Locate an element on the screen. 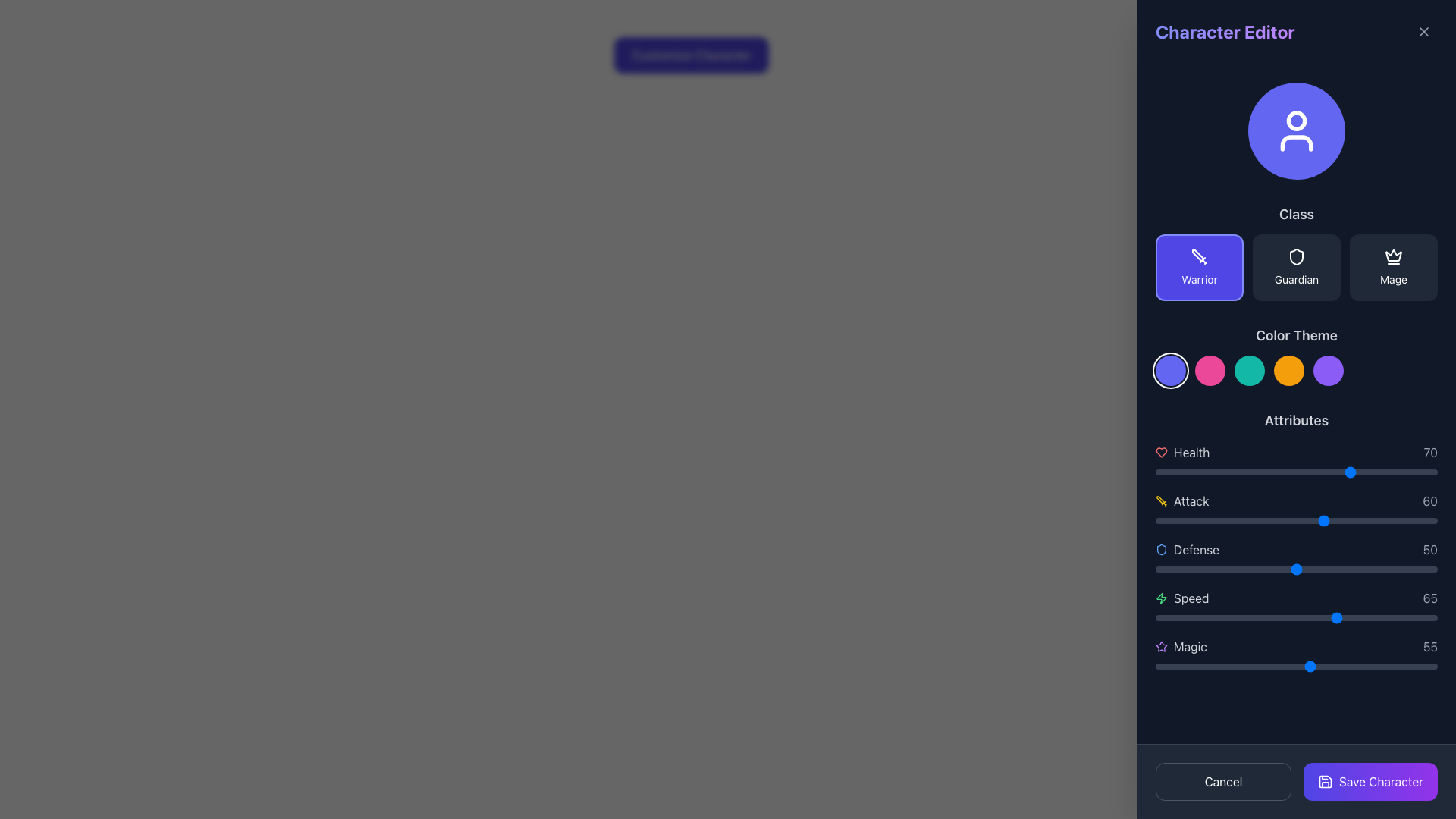 This screenshot has width=1456, height=819. the speed attribute is located at coordinates (1350, 617).